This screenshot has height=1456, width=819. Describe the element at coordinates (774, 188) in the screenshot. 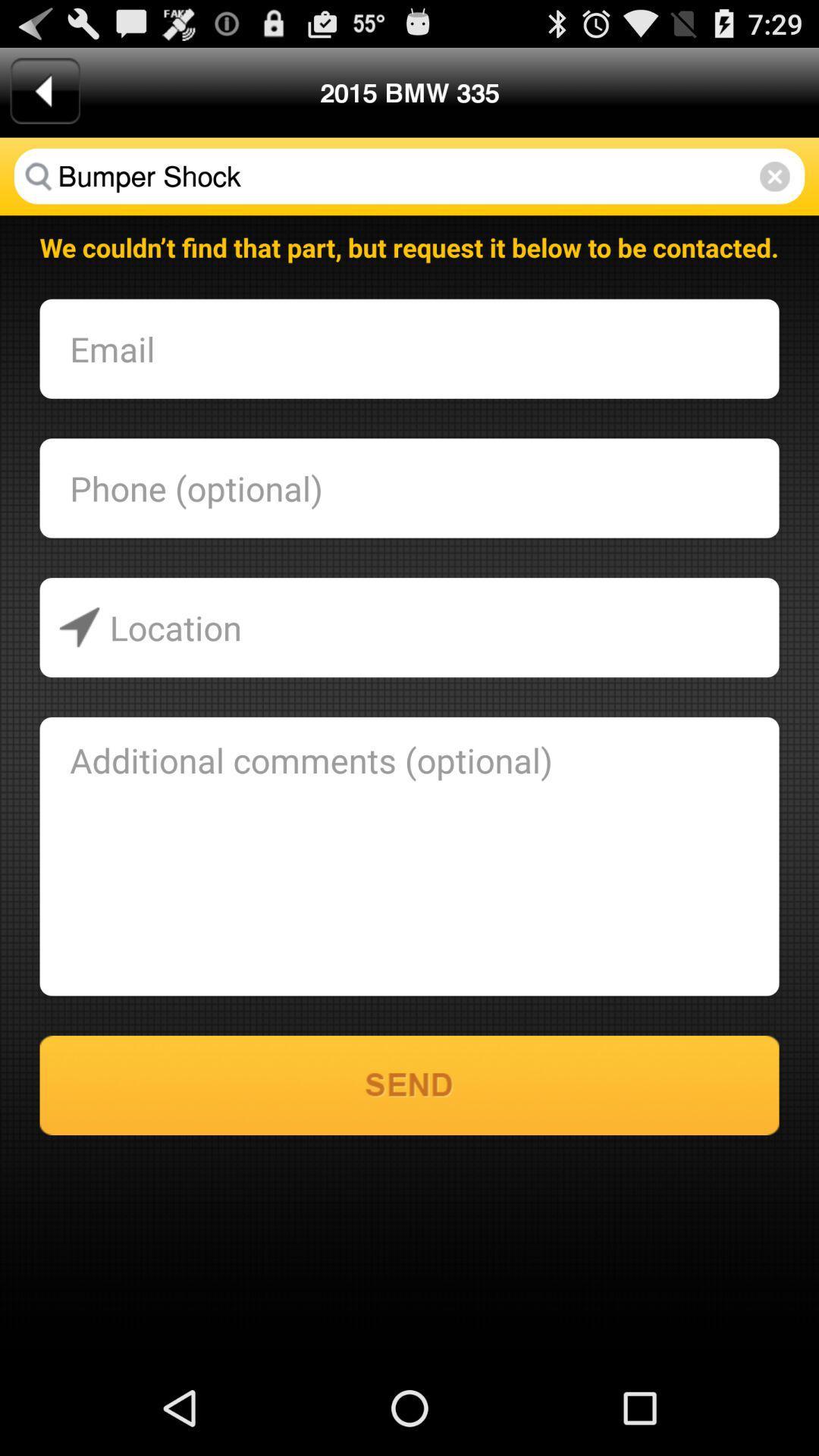

I see `the close icon` at that location.